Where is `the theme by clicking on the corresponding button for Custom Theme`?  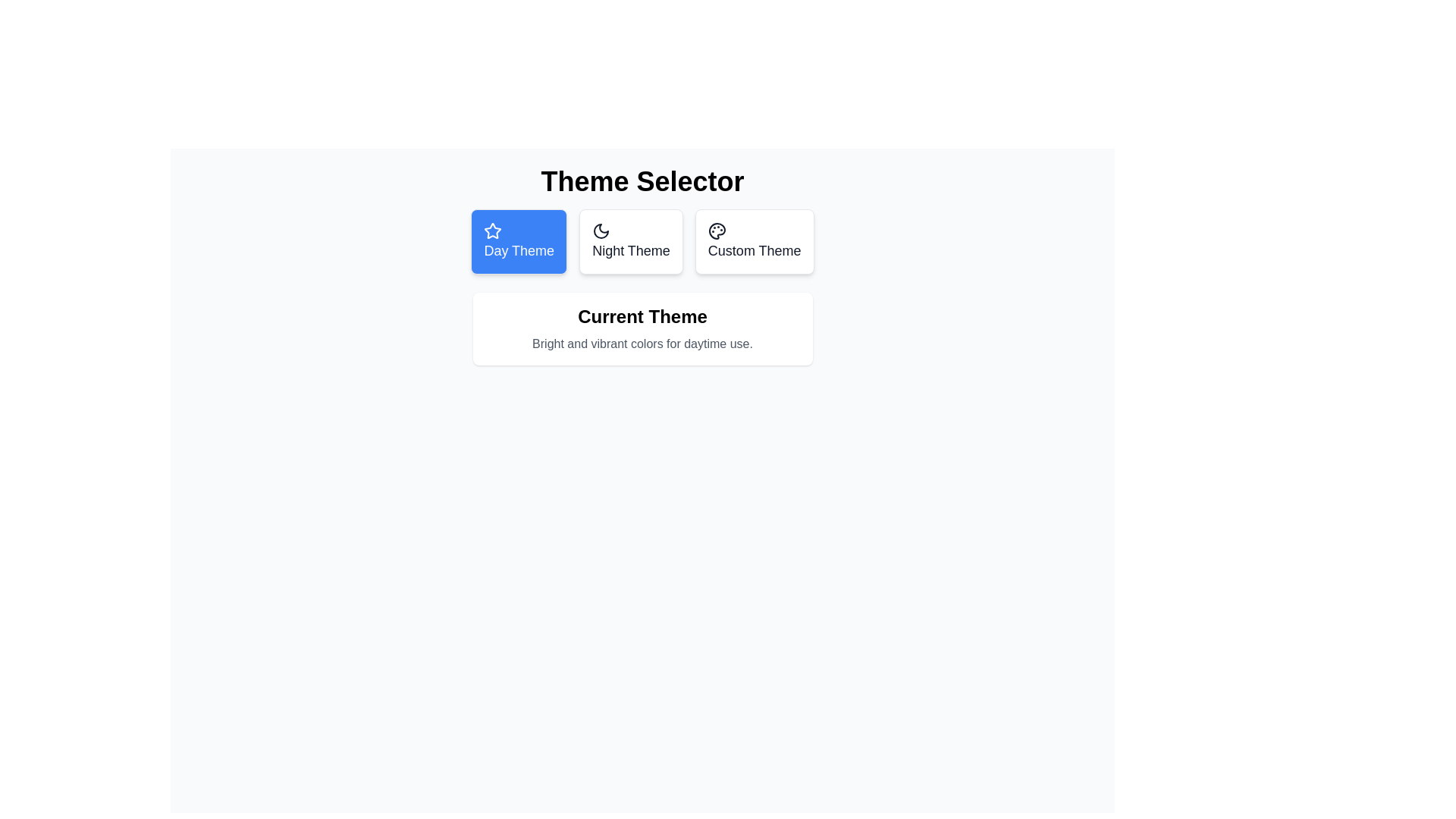
the theme by clicking on the corresponding button for Custom Theme is located at coordinates (755, 241).